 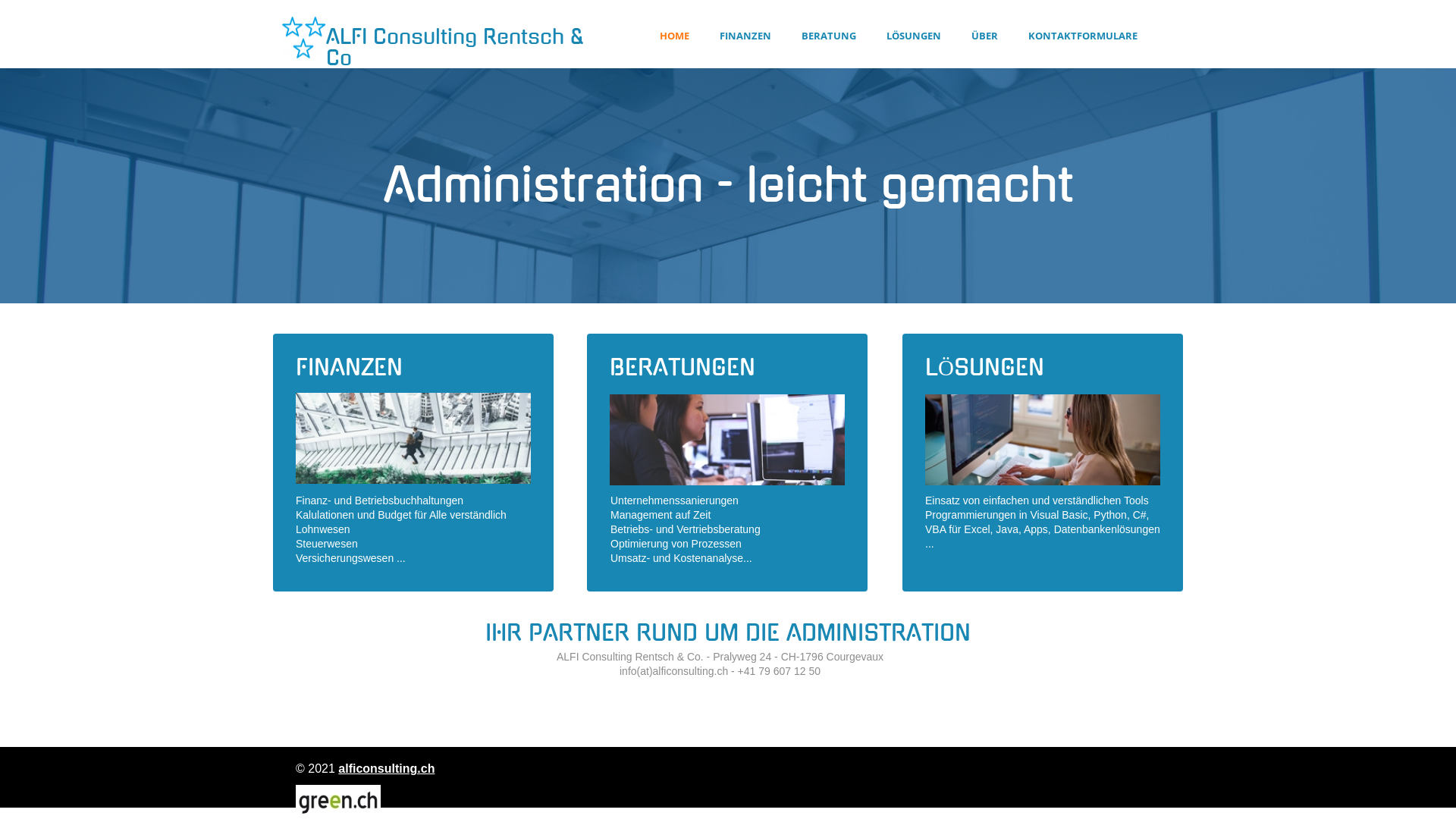 I want to click on 'KONTAKTFORMULARE', so click(x=1082, y=35).